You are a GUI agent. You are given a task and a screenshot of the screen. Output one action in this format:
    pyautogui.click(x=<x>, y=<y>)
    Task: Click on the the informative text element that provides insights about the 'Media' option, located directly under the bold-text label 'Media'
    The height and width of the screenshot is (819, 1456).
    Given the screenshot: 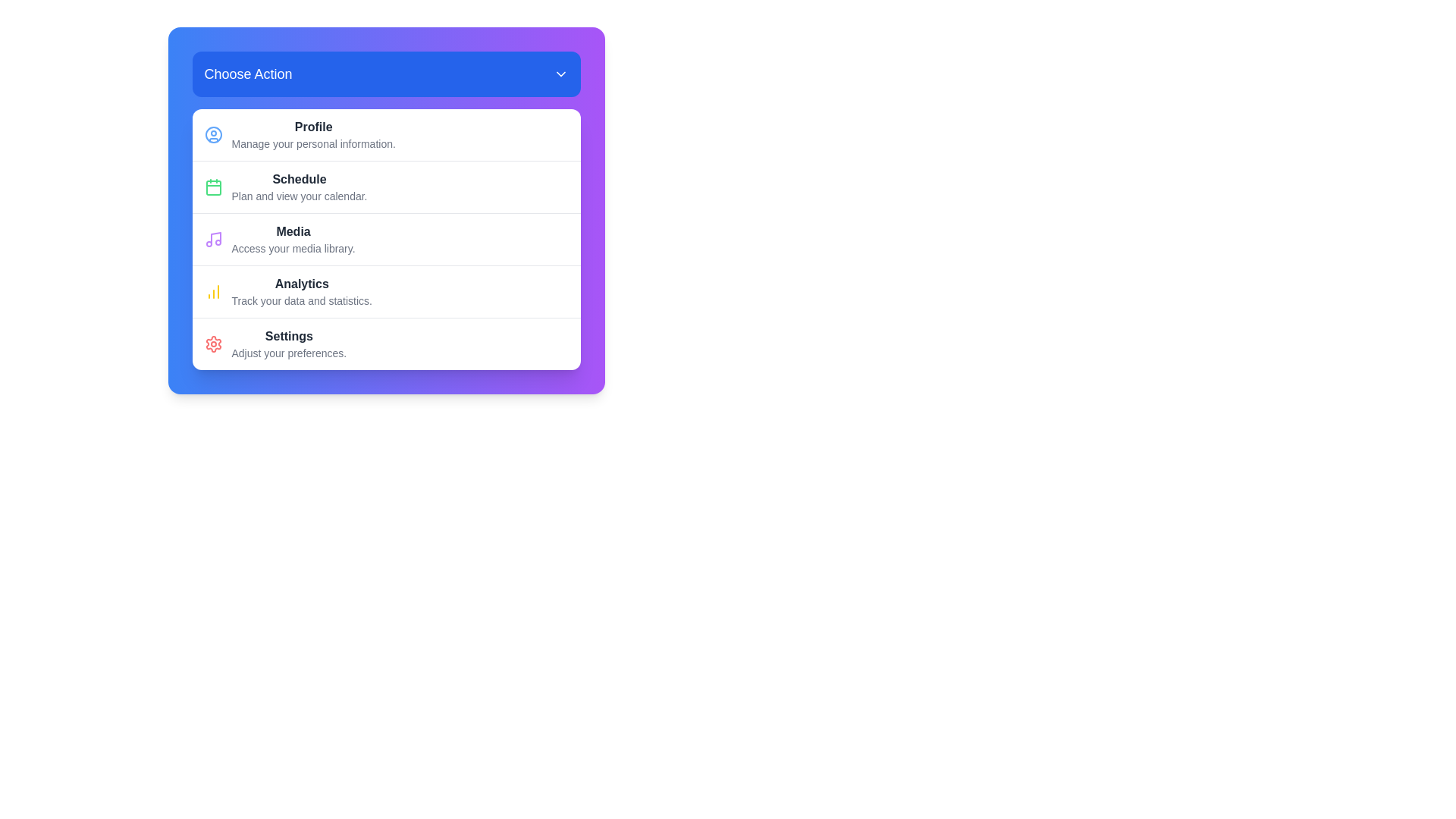 What is the action you would take?
    pyautogui.click(x=293, y=247)
    